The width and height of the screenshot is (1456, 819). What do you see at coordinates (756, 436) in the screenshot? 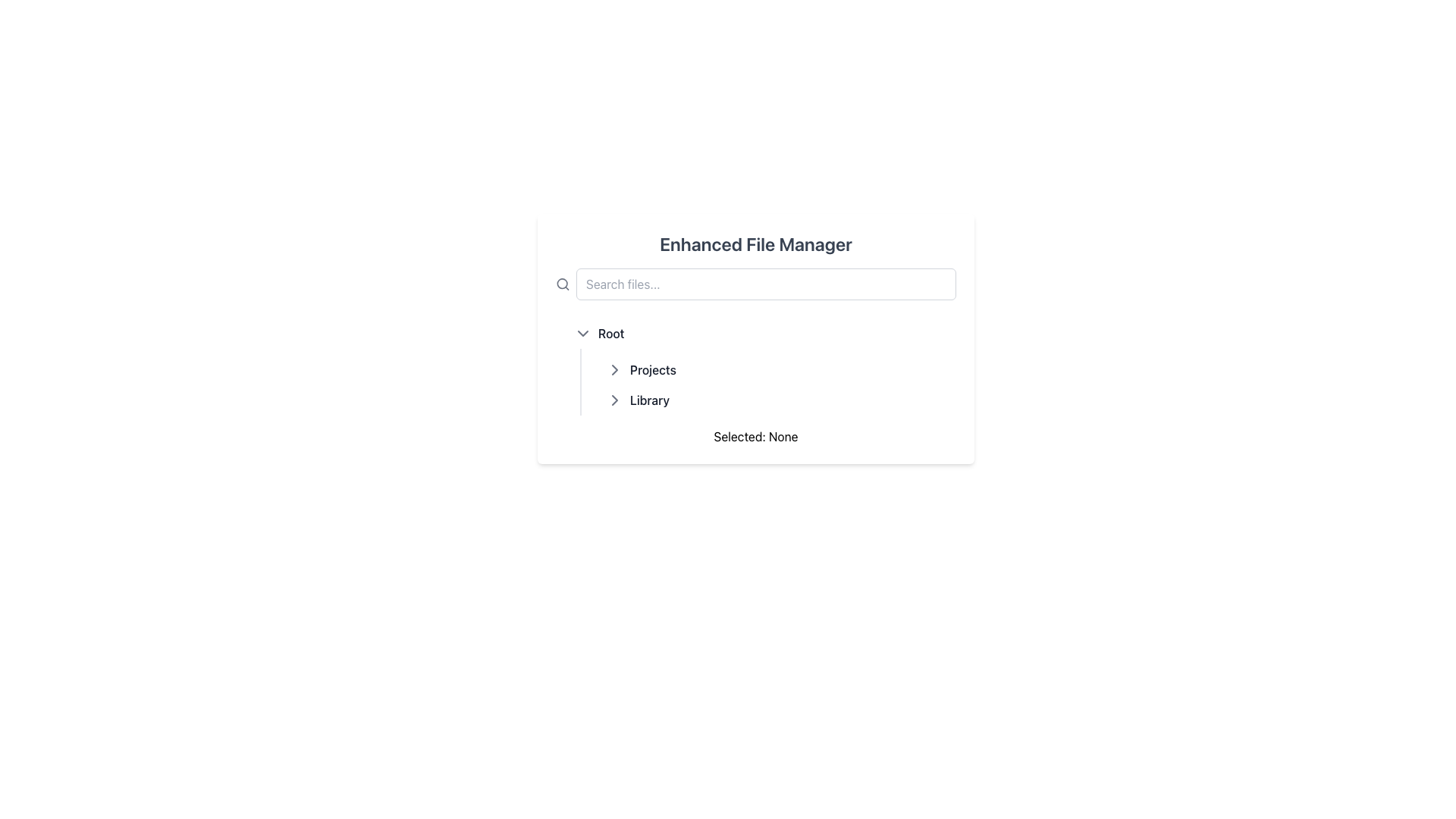
I see `the static text label indicating the current selection status, which currently shows 'None', located at the bottom of the 'Enhanced File Manager' section` at bounding box center [756, 436].